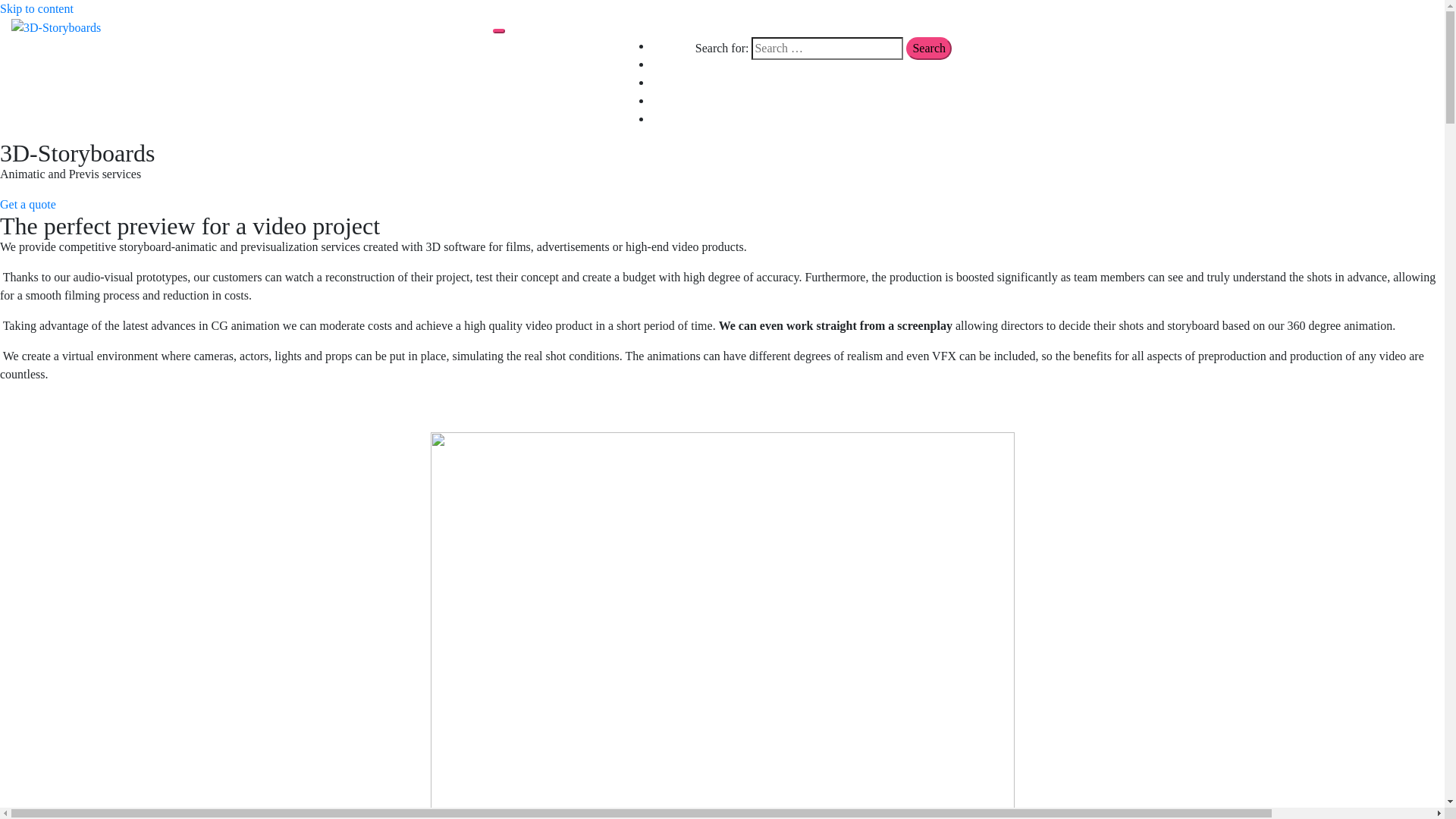 This screenshot has height=819, width=1456. I want to click on 'About us', so click(673, 63).